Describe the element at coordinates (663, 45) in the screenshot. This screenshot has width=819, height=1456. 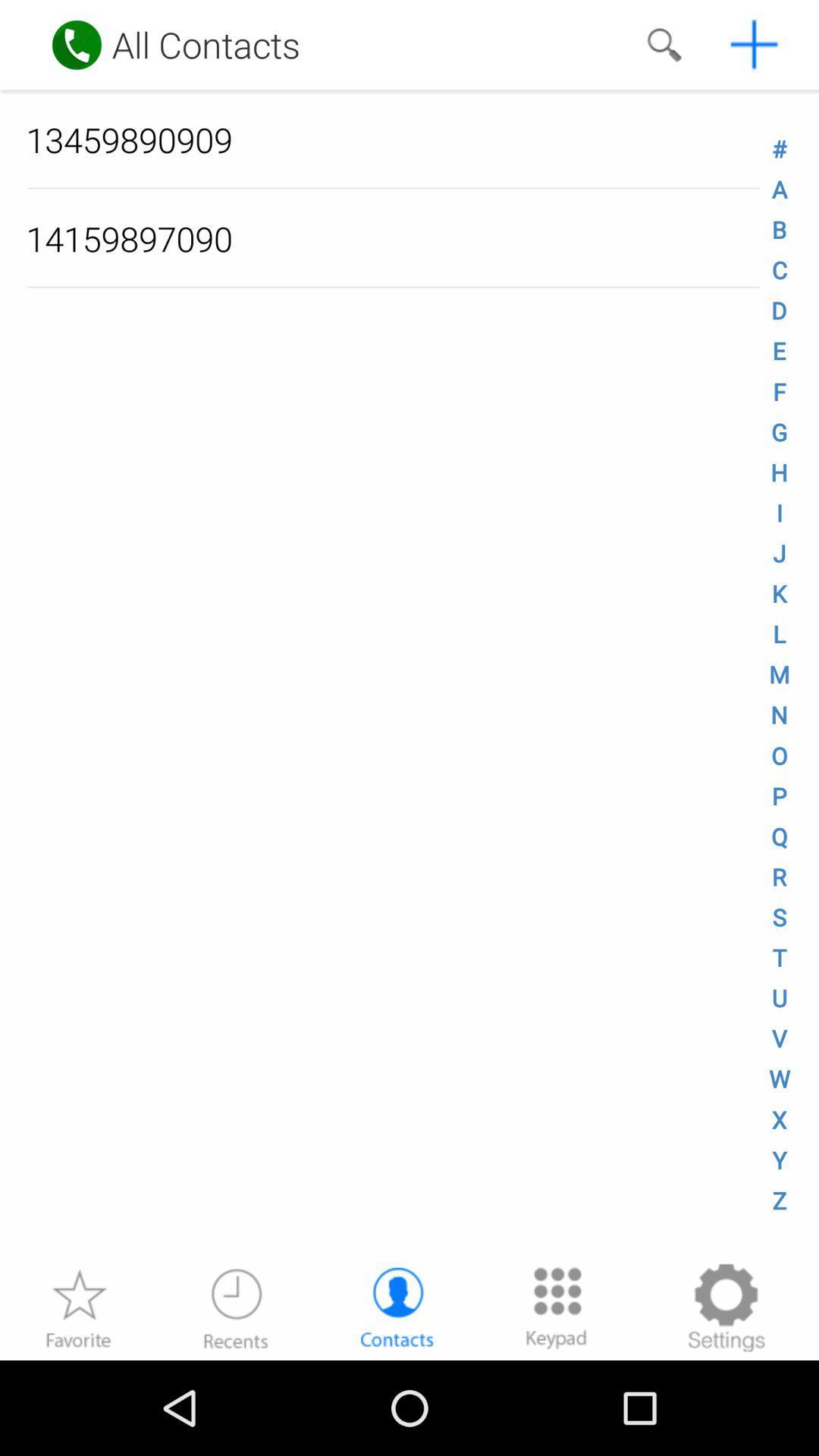
I see `search for a number` at that location.